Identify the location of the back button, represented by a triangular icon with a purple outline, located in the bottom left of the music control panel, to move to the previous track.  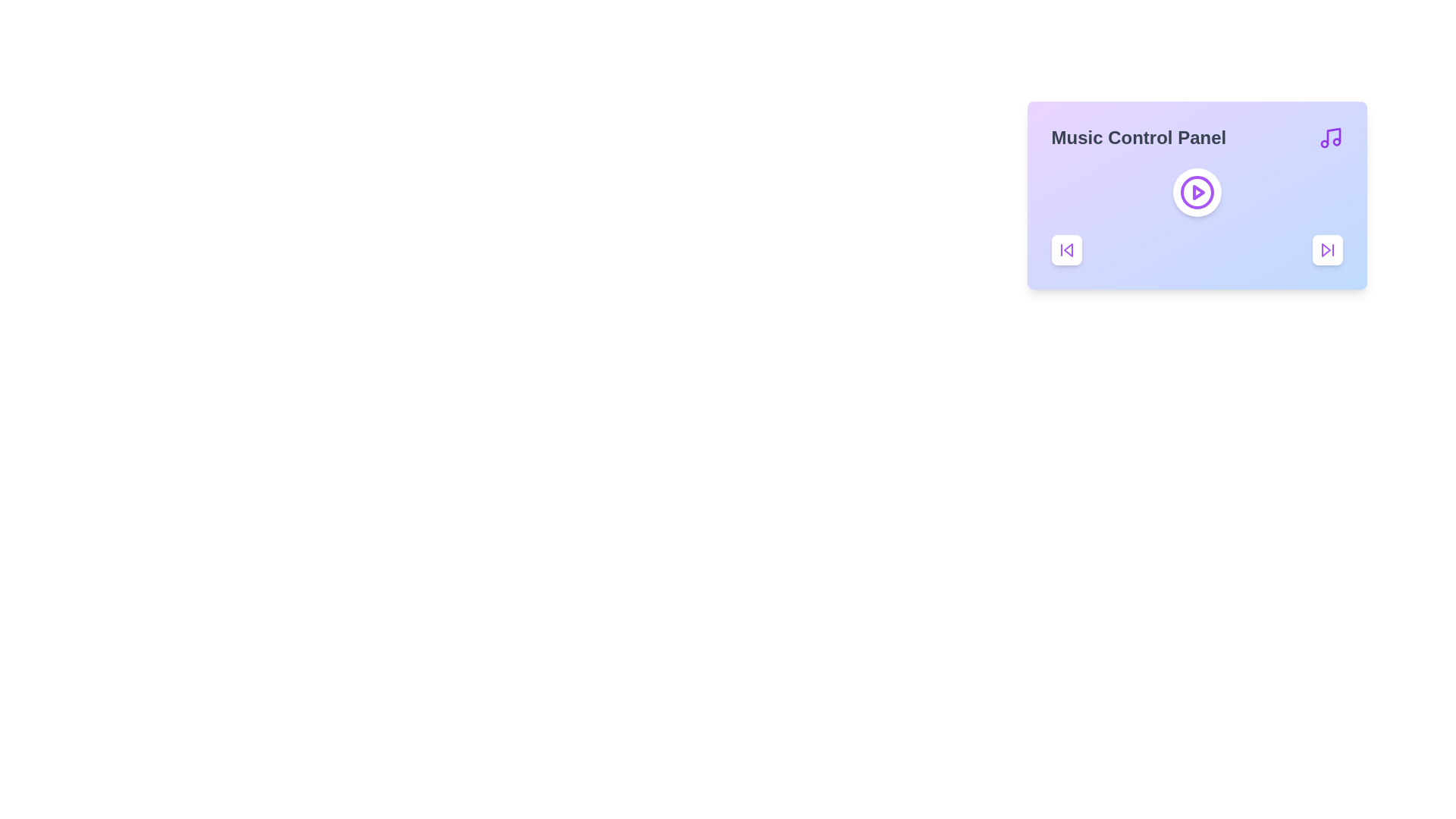
(1067, 249).